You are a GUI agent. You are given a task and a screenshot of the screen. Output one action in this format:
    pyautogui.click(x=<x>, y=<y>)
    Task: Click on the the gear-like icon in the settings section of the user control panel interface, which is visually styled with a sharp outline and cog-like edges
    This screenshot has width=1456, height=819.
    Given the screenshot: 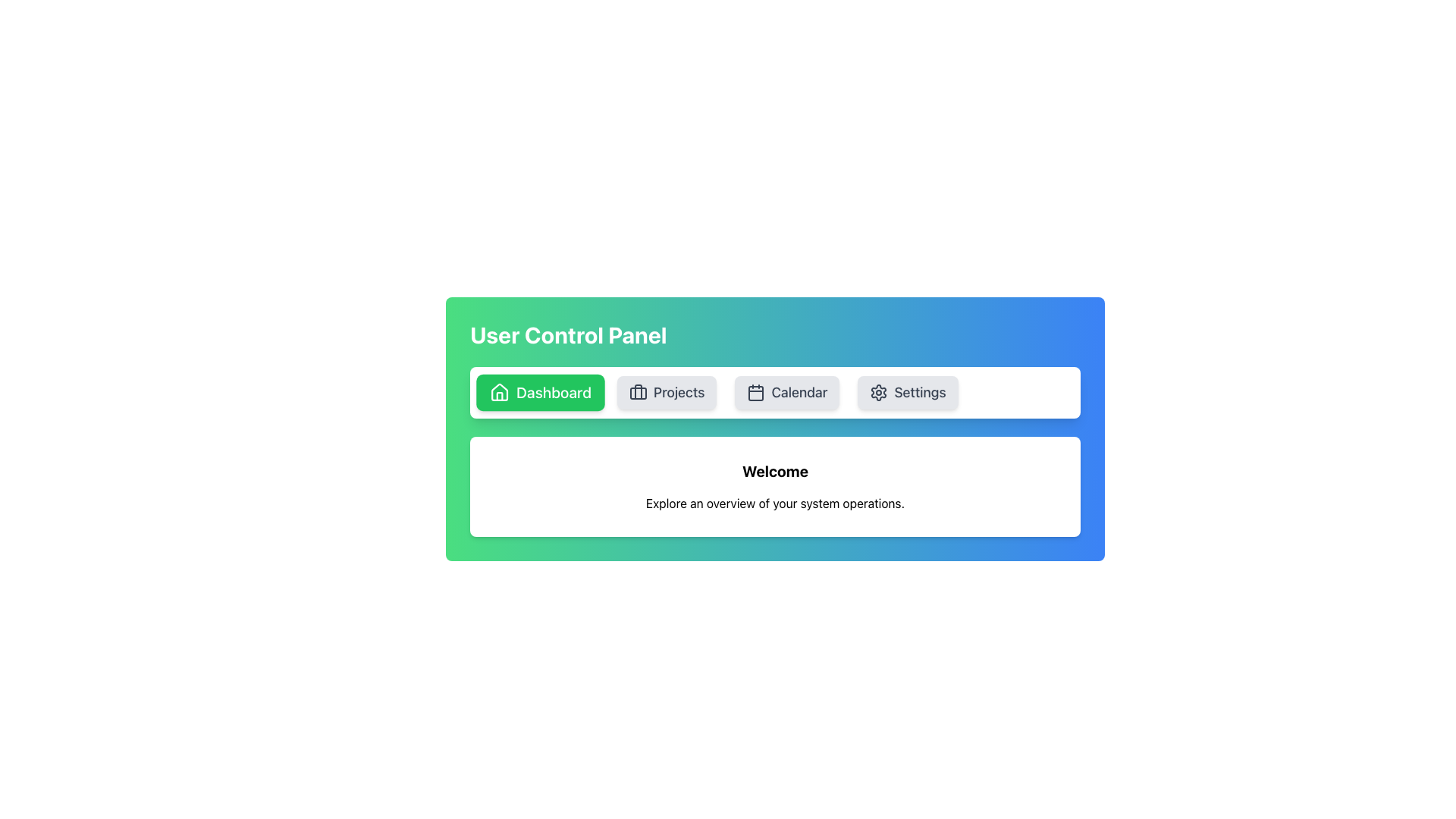 What is the action you would take?
    pyautogui.click(x=879, y=391)
    